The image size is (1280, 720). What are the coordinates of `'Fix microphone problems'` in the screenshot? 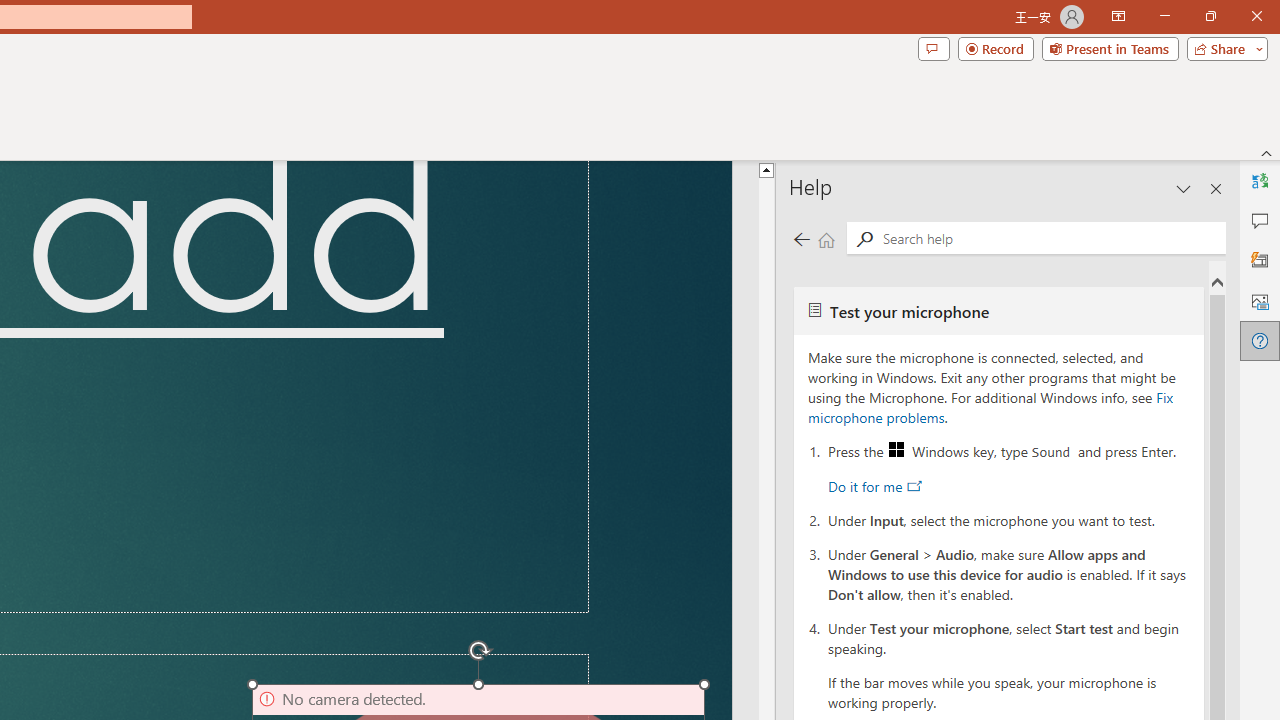 It's located at (990, 406).